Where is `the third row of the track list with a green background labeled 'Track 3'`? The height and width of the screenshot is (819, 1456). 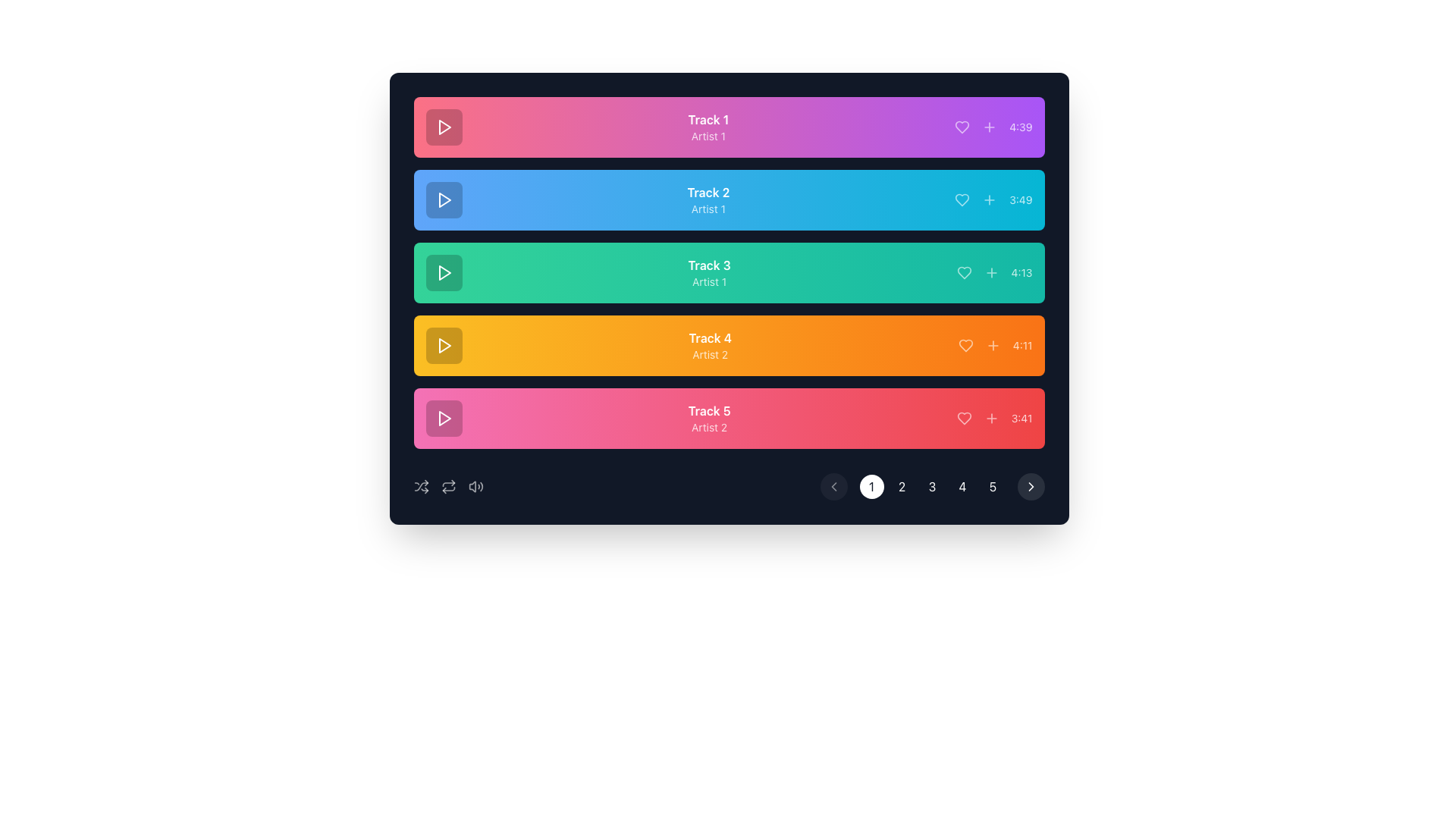
the third row of the track list with a green background labeled 'Track 3' is located at coordinates (729, 271).